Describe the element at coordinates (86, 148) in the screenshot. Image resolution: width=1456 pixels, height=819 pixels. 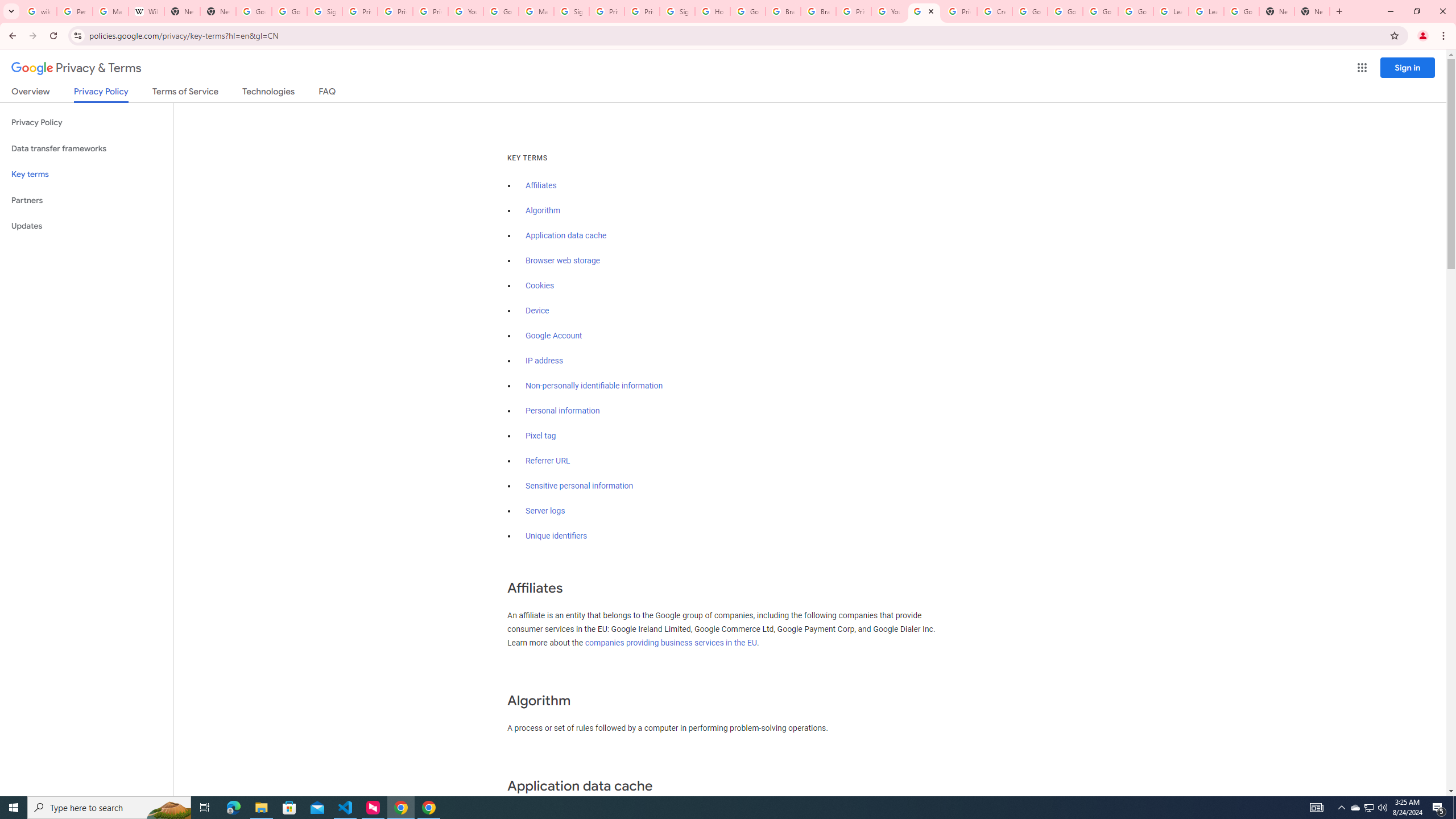
I see `'Data transfer frameworks'` at that location.